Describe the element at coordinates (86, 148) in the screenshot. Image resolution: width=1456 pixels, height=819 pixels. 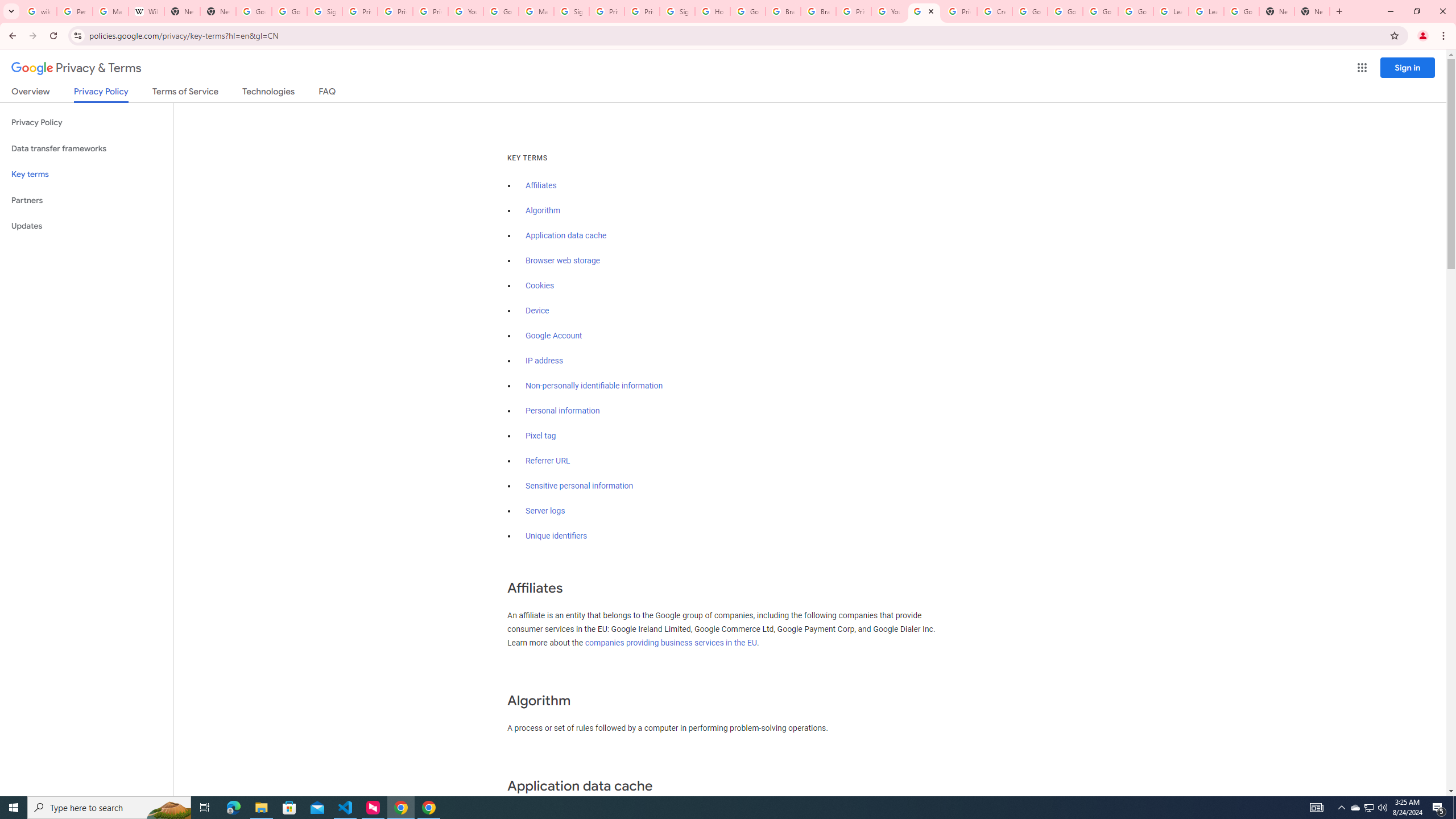
I see `'Data transfer frameworks'` at that location.